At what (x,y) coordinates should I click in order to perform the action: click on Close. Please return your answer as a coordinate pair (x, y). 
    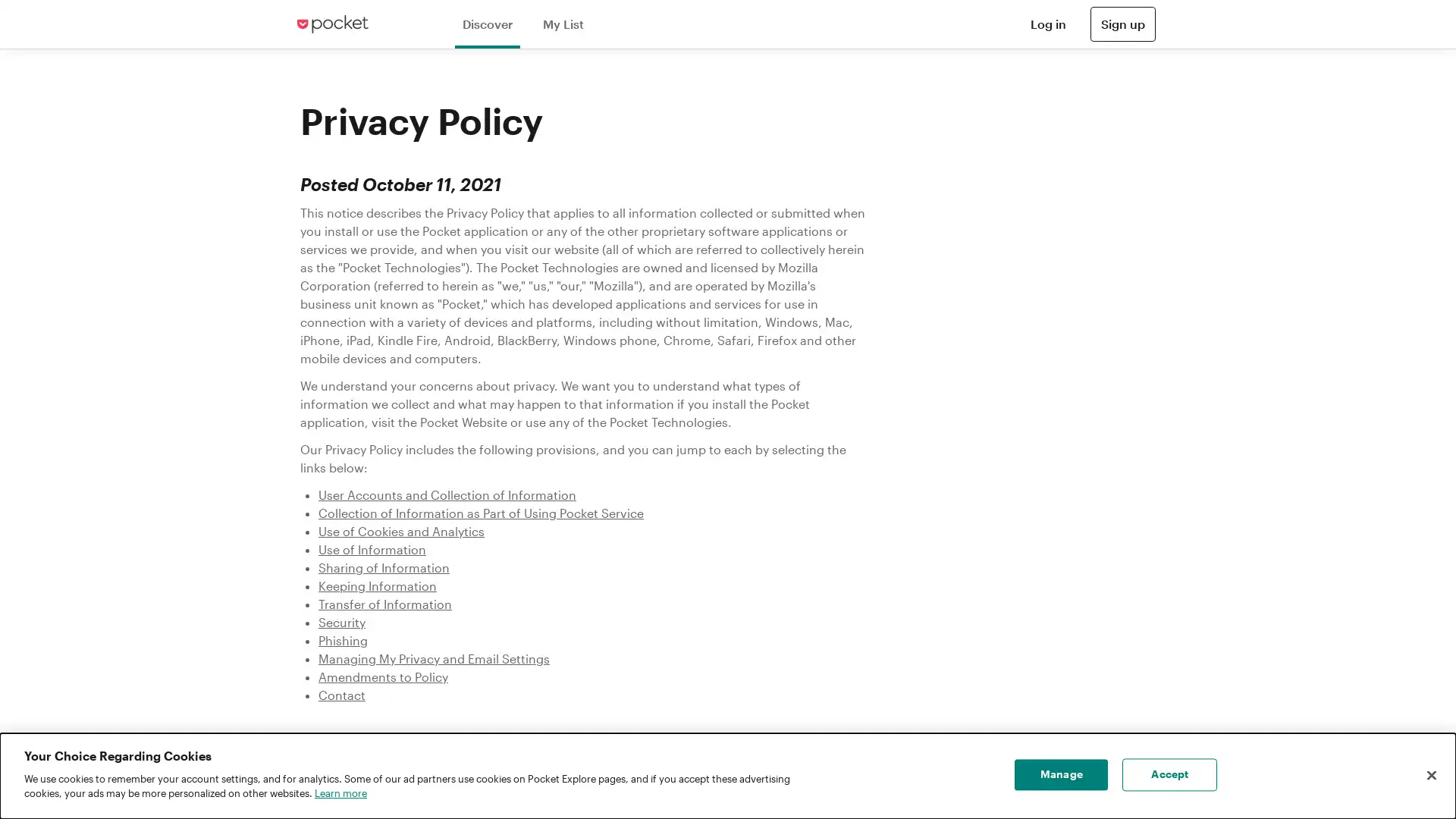
    Looking at the image, I should click on (1430, 775).